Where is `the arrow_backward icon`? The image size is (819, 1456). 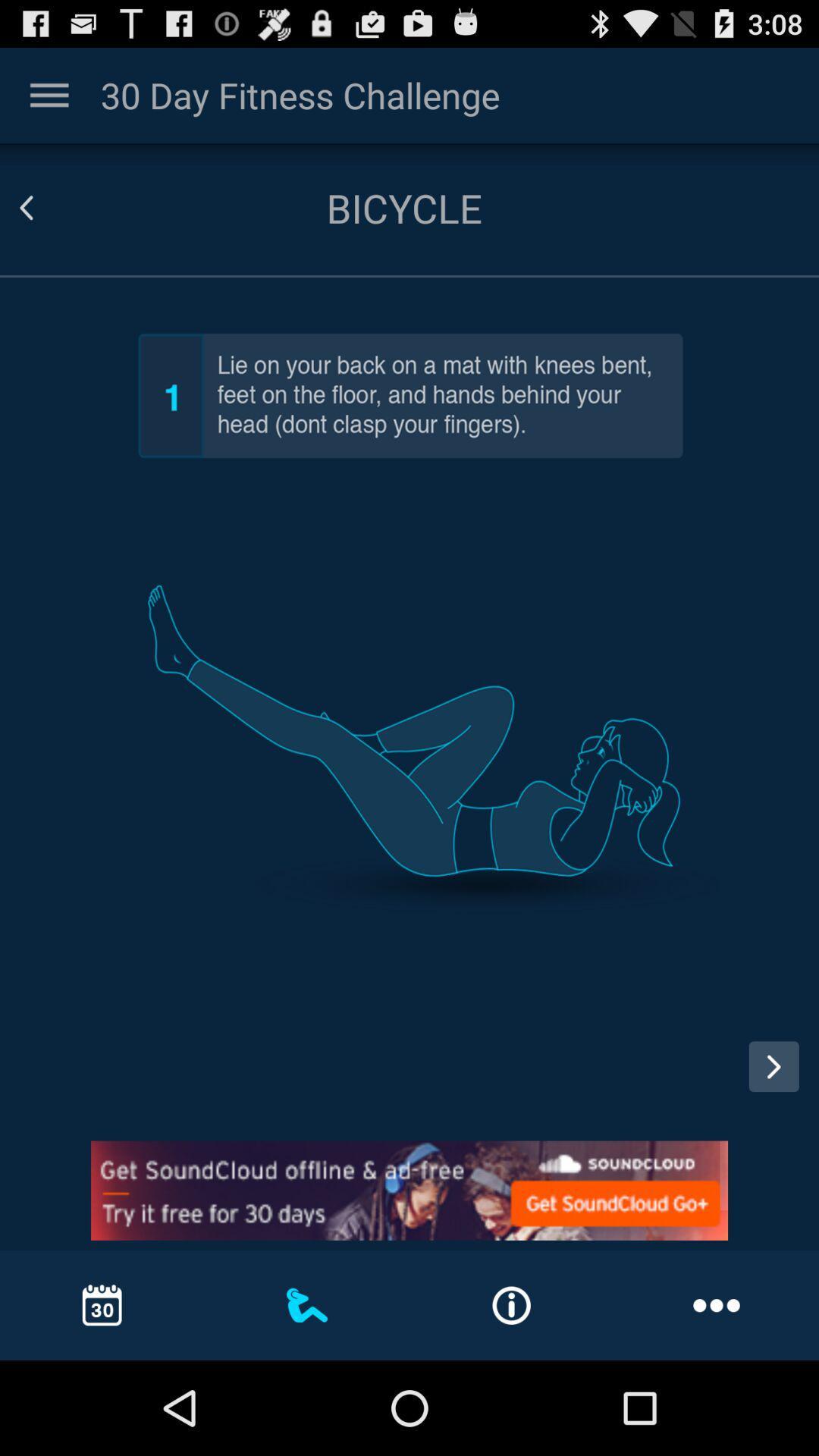
the arrow_backward icon is located at coordinates (44, 221).